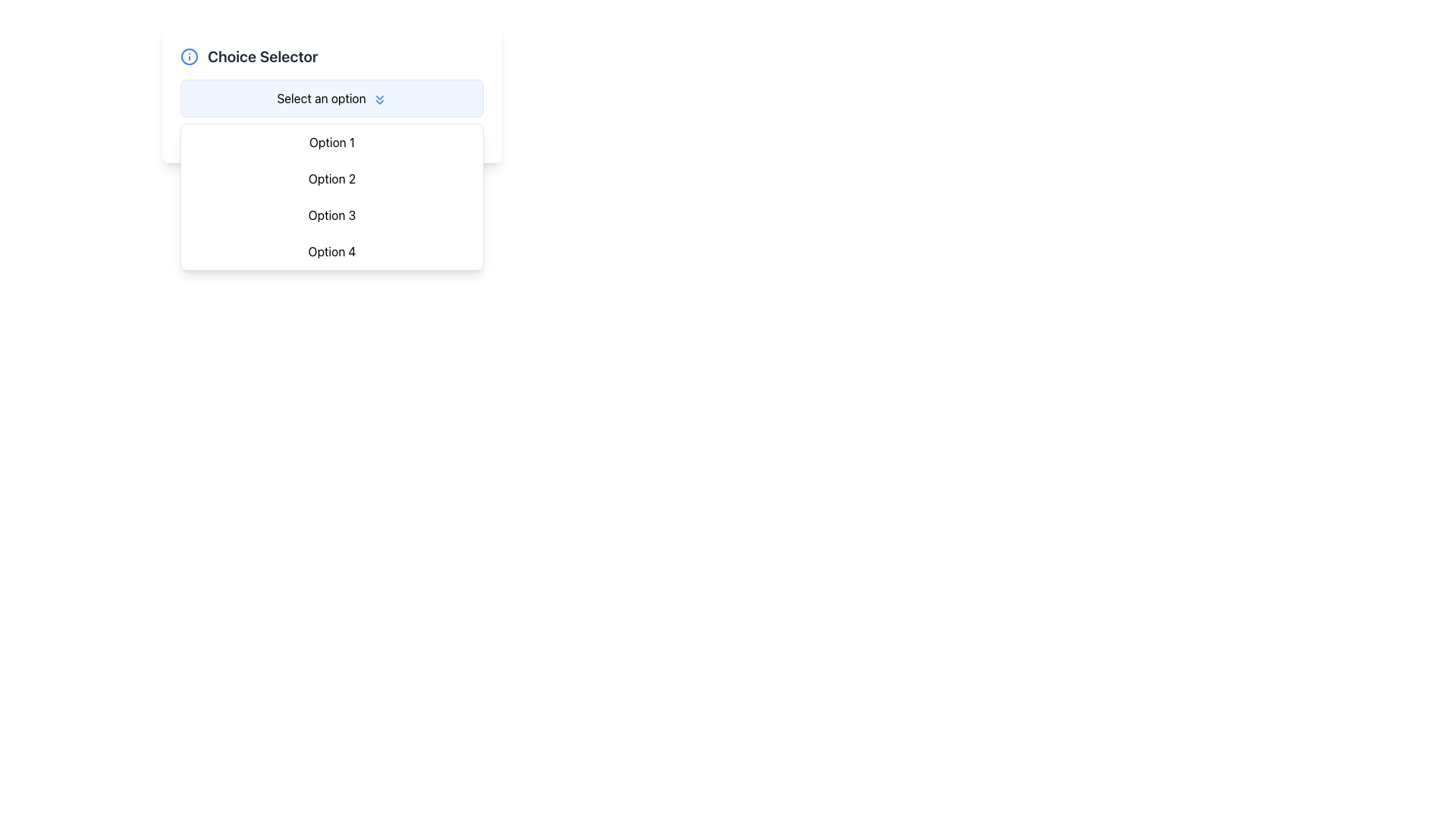 The image size is (1456, 819). Describe the element at coordinates (262, 55) in the screenshot. I see `text from the 'Choice Selector' label, which is styled in a large bold font and is dark gray in color, located at the top of the selection module` at that location.